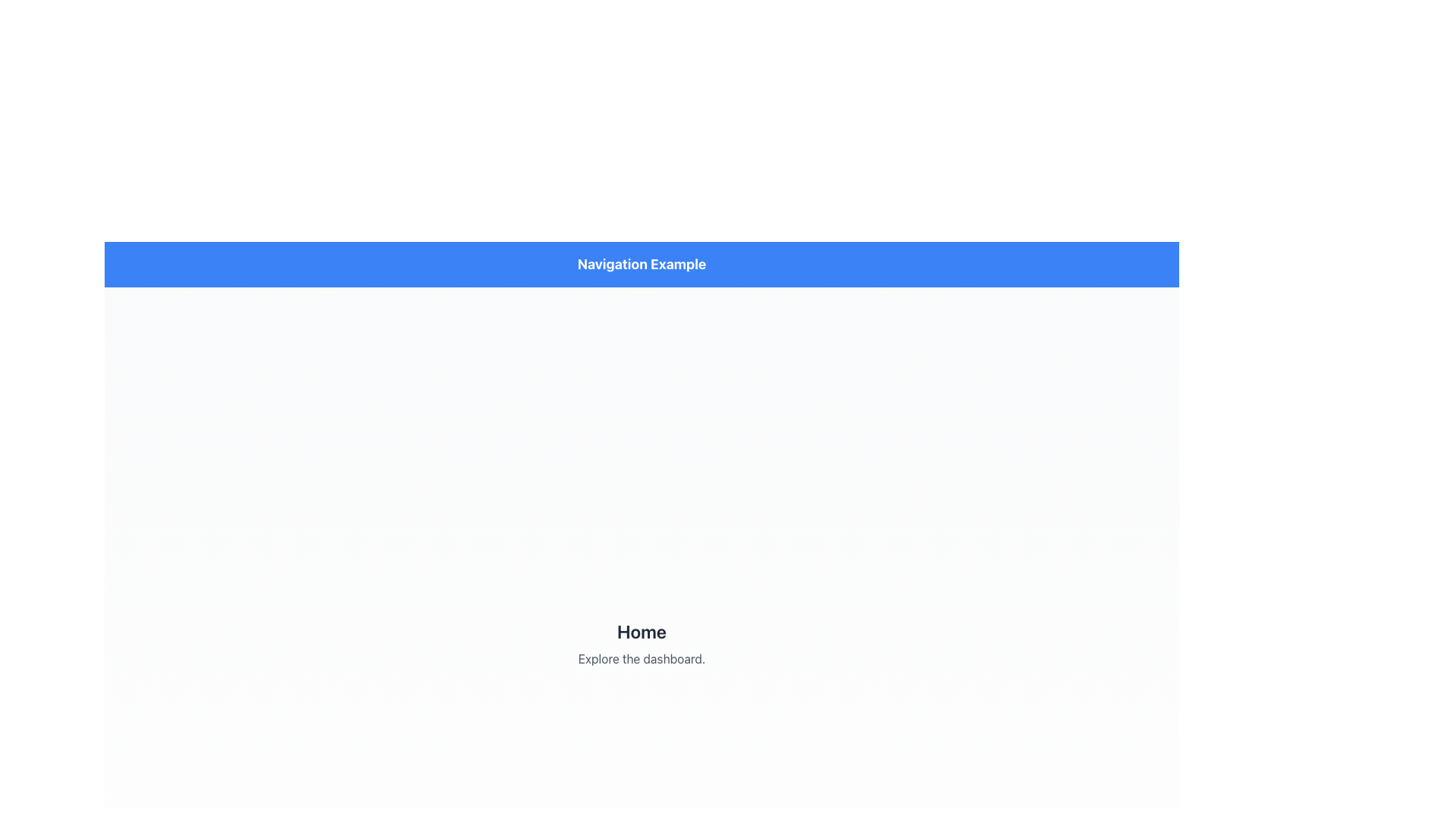 This screenshot has width=1456, height=819. What do you see at coordinates (642, 263) in the screenshot?
I see `the Header Bar titled 'Navigation Example', which is a full-width banner at the top of the interface with a blue background and bold white text` at bounding box center [642, 263].